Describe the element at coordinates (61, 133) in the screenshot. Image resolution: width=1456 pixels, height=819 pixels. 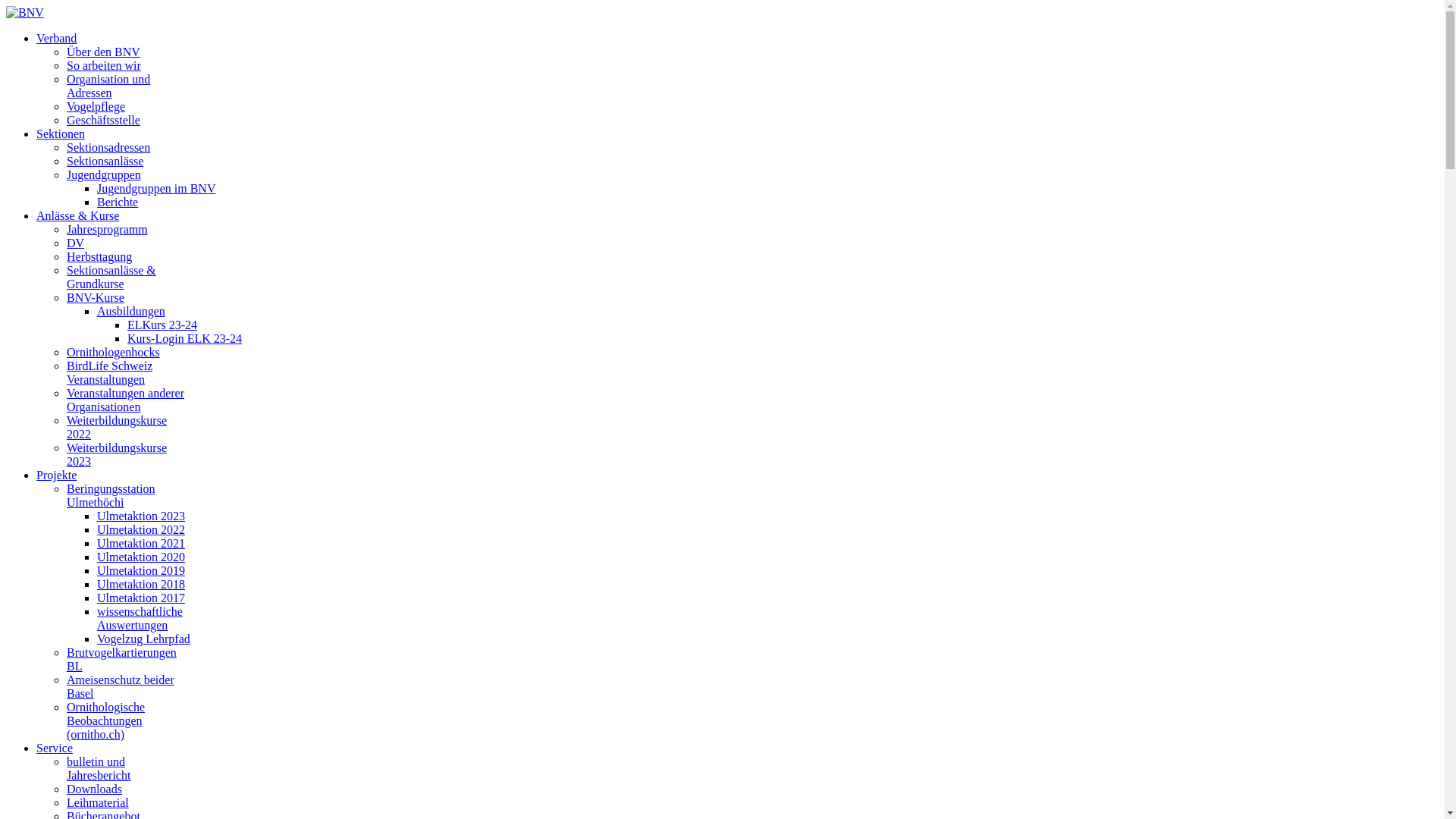
I see `'Sektionen'` at that location.